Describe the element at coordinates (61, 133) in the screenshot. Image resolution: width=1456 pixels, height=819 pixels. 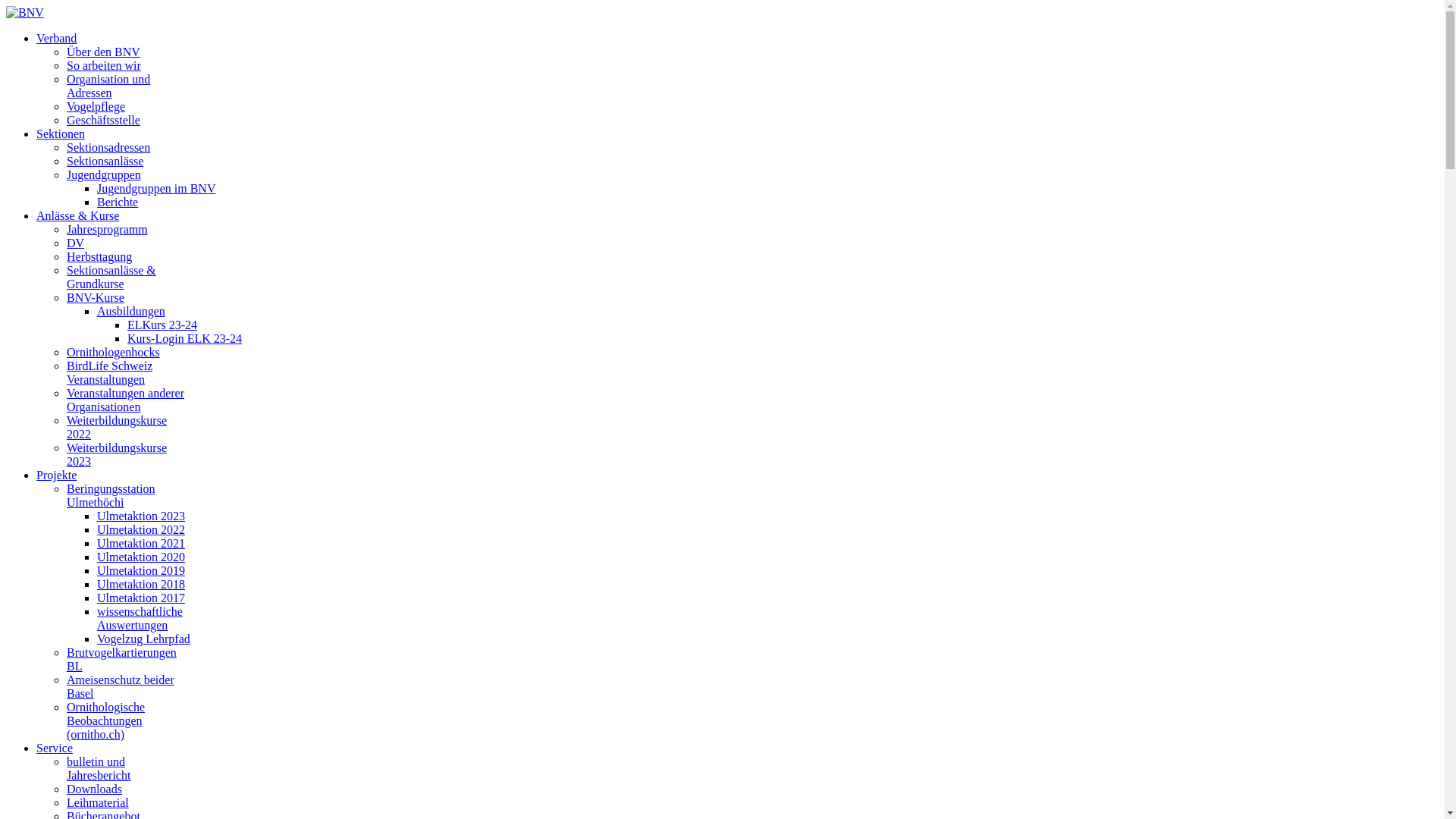
I see `'Sektionen'` at that location.